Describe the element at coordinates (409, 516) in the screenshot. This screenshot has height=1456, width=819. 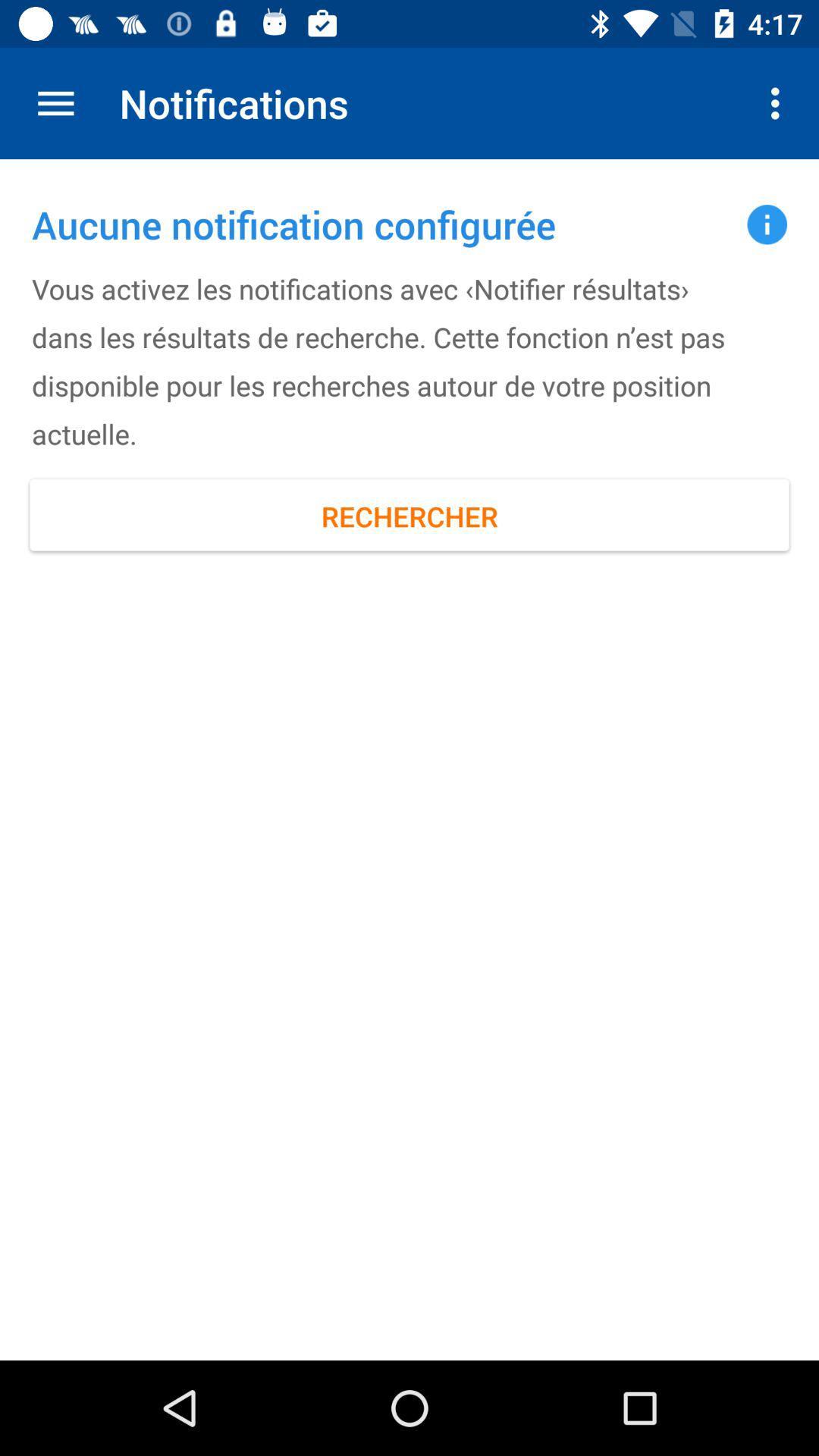
I see `icon at the center` at that location.